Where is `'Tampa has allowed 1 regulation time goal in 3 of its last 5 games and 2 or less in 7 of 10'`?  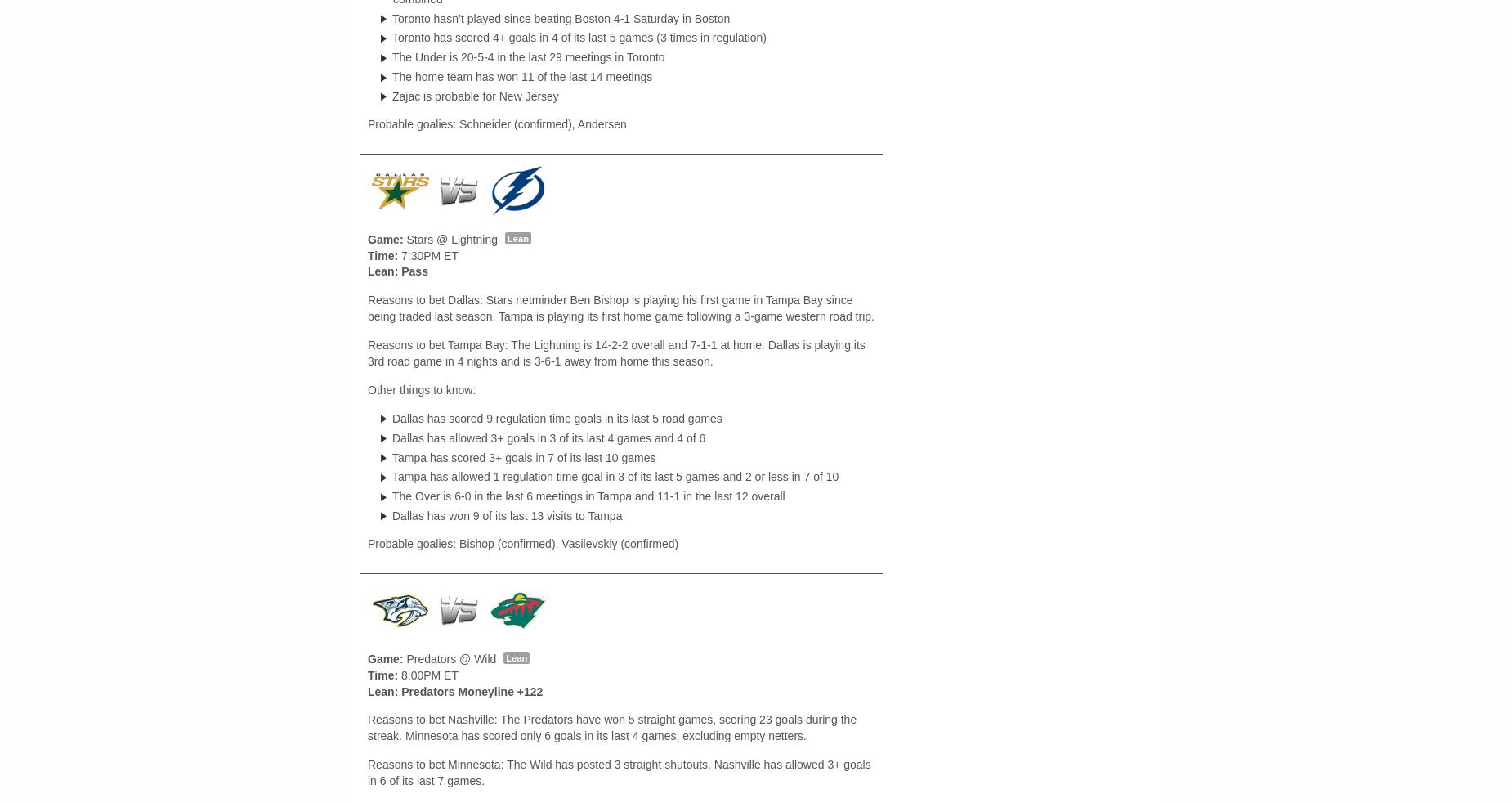 'Tampa has allowed 1 regulation time goal in 3 of its last 5 games and 2 or less in 7 of 10' is located at coordinates (392, 476).